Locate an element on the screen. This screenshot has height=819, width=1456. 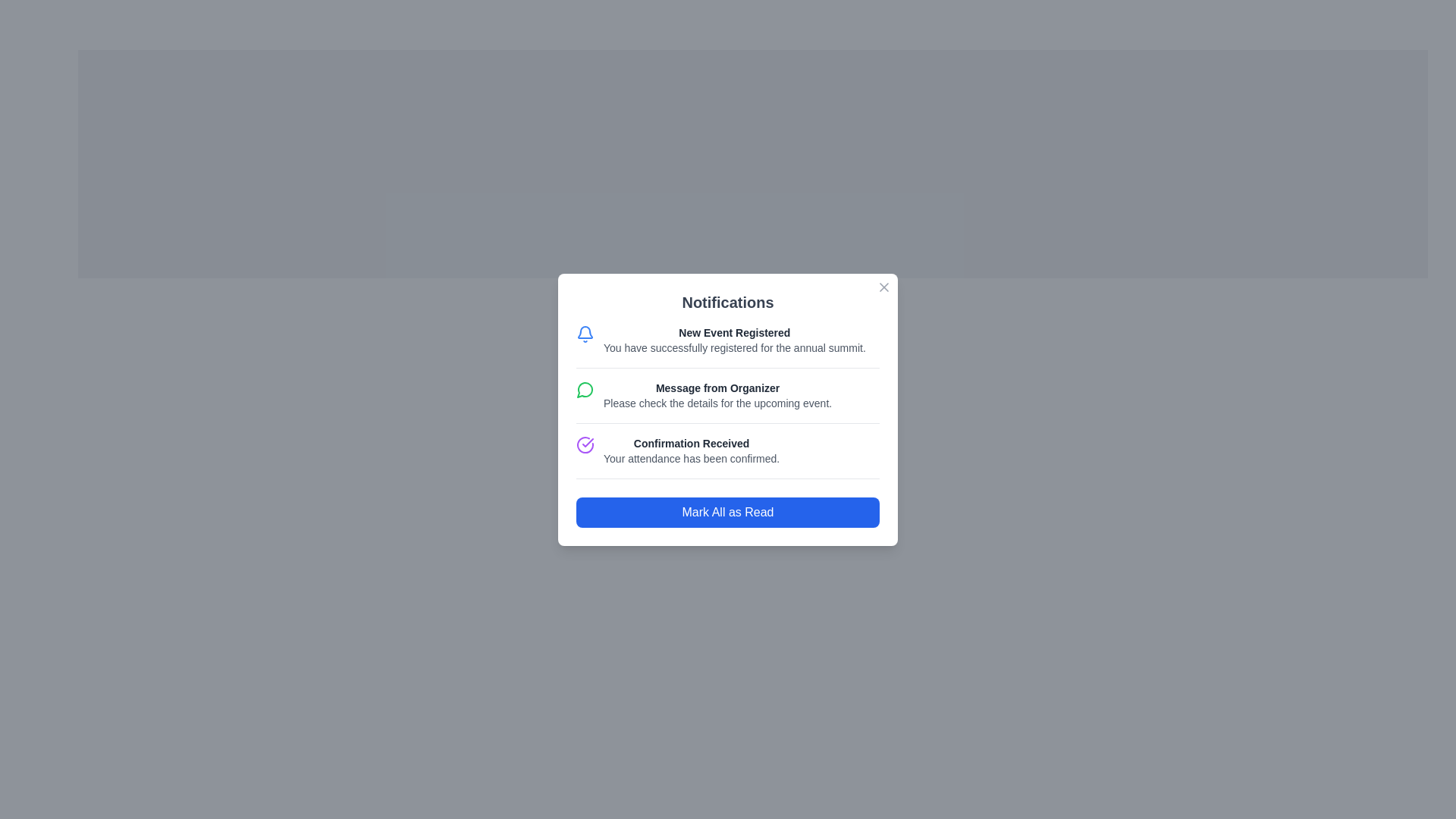
the 'x' icon button in the top-right corner of the notification modal to change its color from gray to red is located at coordinates (884, 287).